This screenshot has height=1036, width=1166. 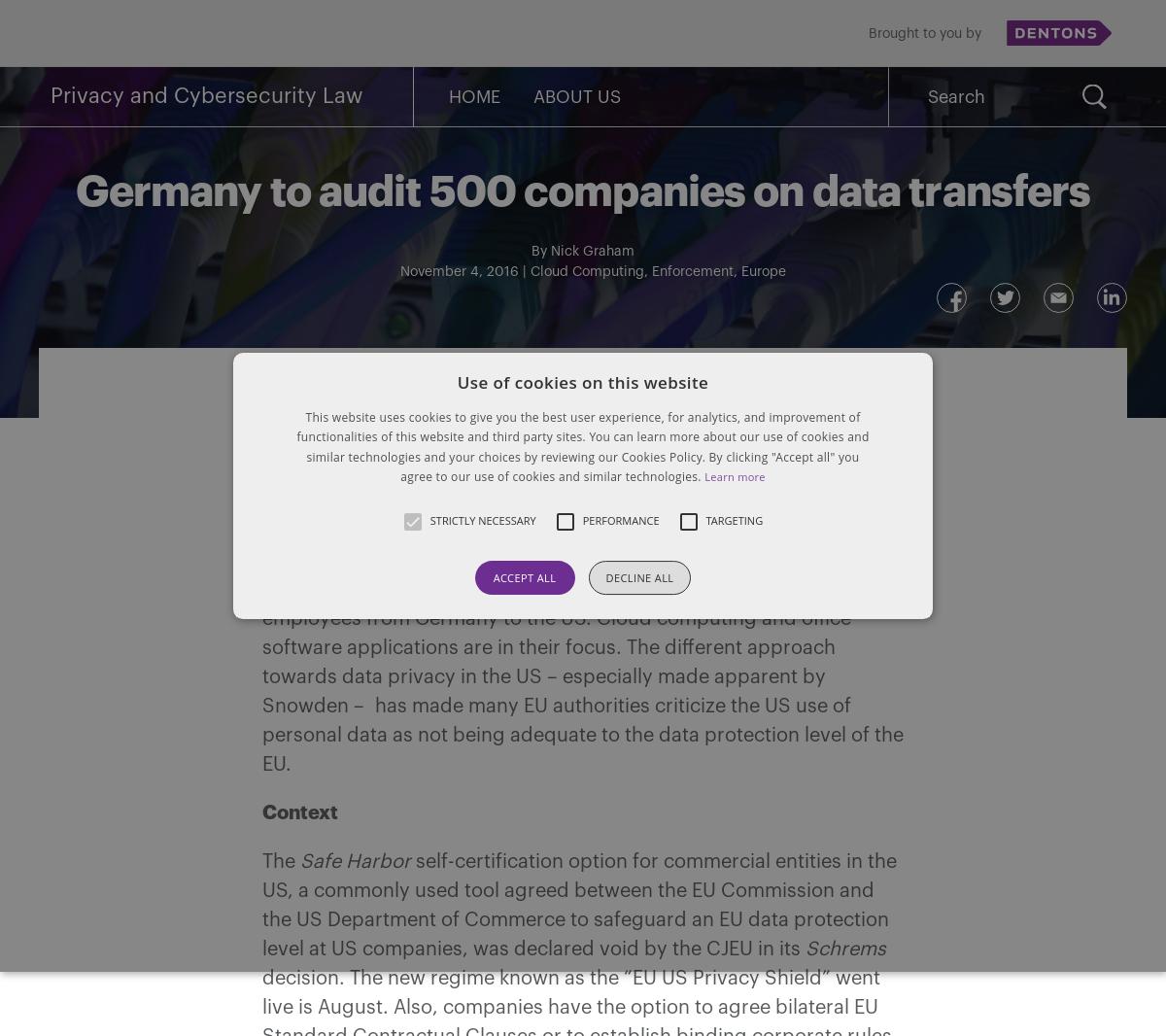 I want to click on 'Cloud Computing', so click(x=529, y=272).